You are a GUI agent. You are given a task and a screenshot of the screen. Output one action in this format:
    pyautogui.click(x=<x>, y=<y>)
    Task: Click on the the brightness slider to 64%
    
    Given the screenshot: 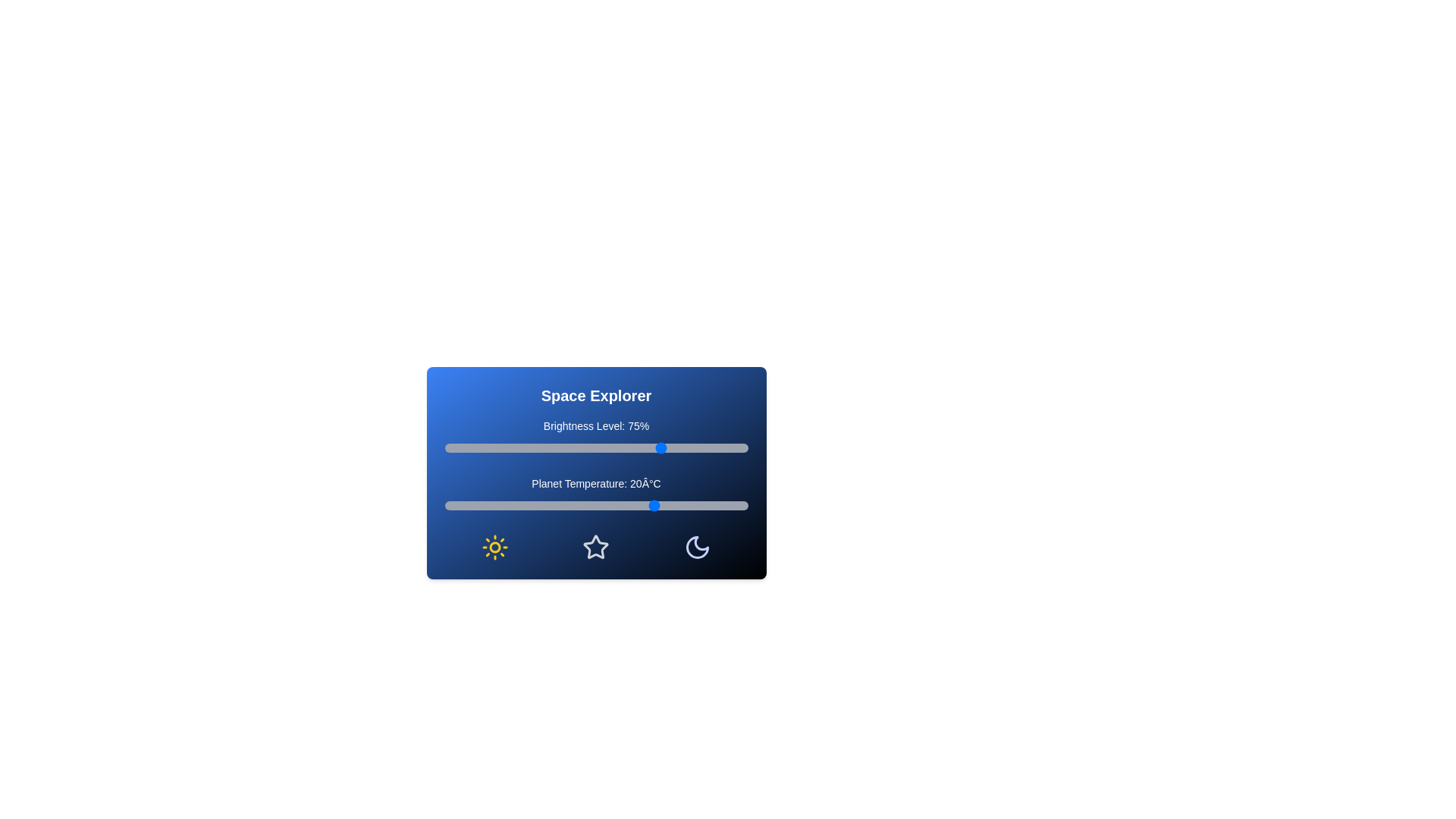 What is the action you would take?
    pyautogui.click(x=626, y=447)
    